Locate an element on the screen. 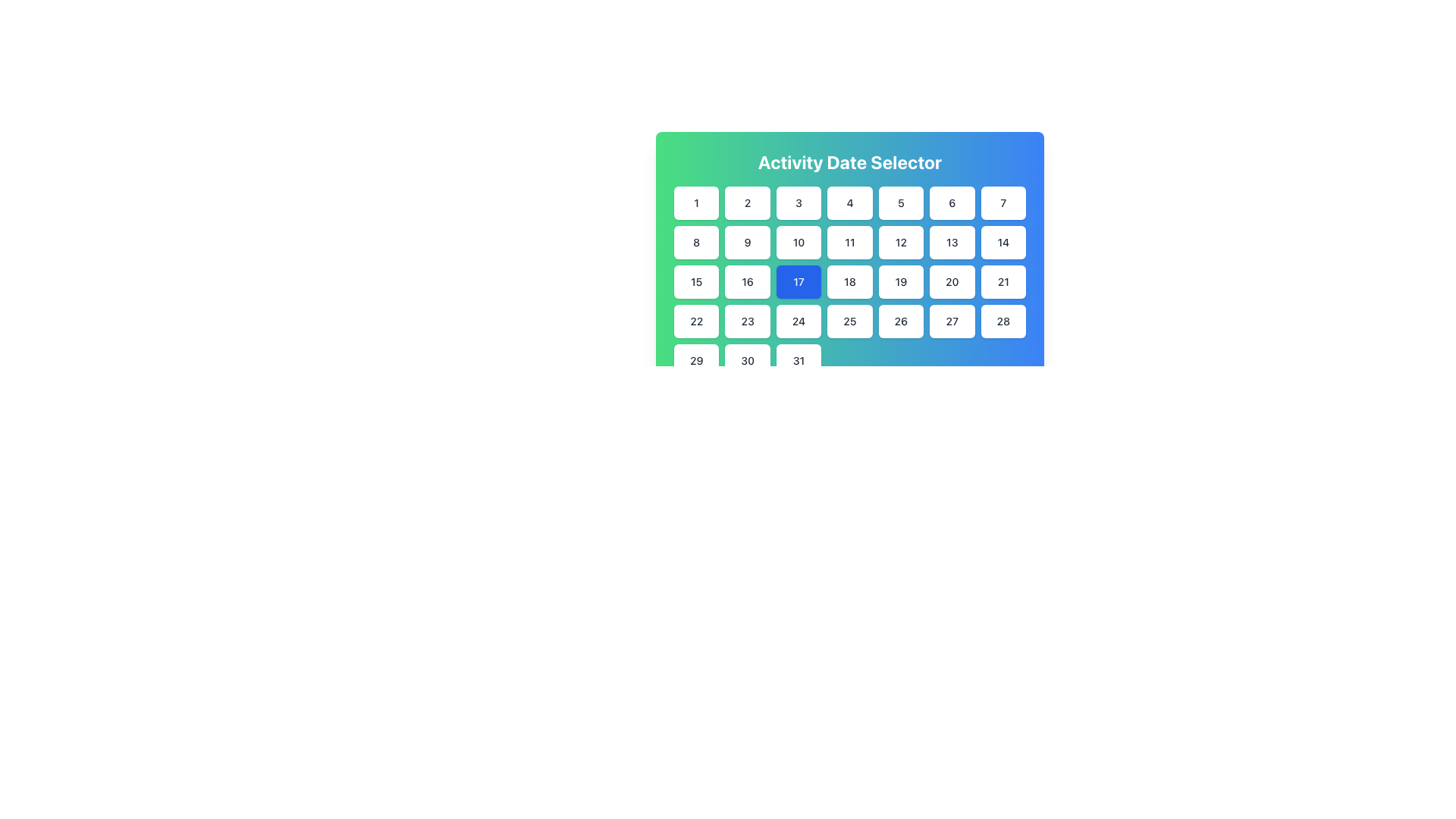  the button displaying the number '16' in the grid of the 'Activity Date Selector' is located at coordinates (748, 281).